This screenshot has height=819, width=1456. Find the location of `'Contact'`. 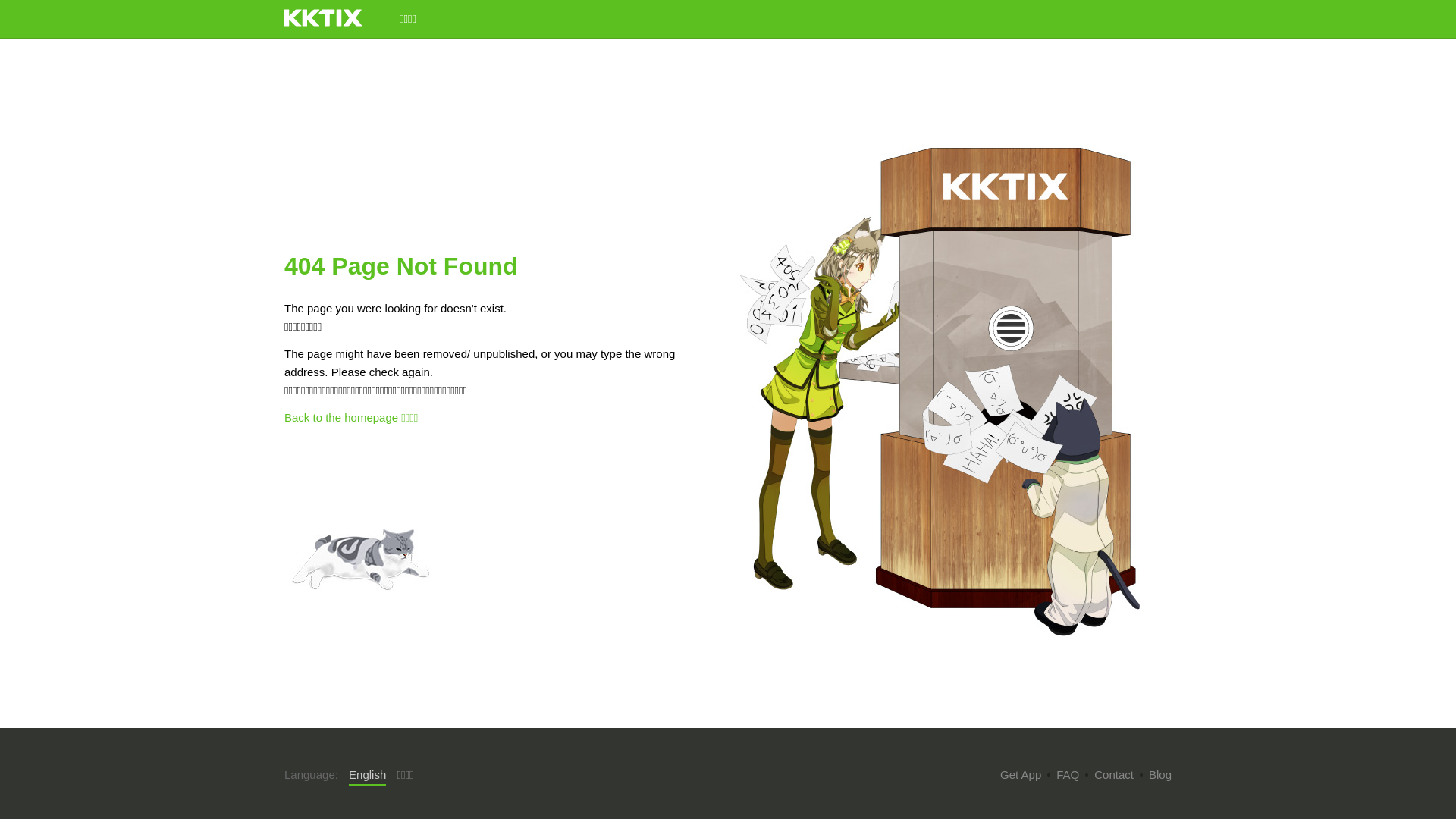

'Contact' is located at coordinates (1094, 774).